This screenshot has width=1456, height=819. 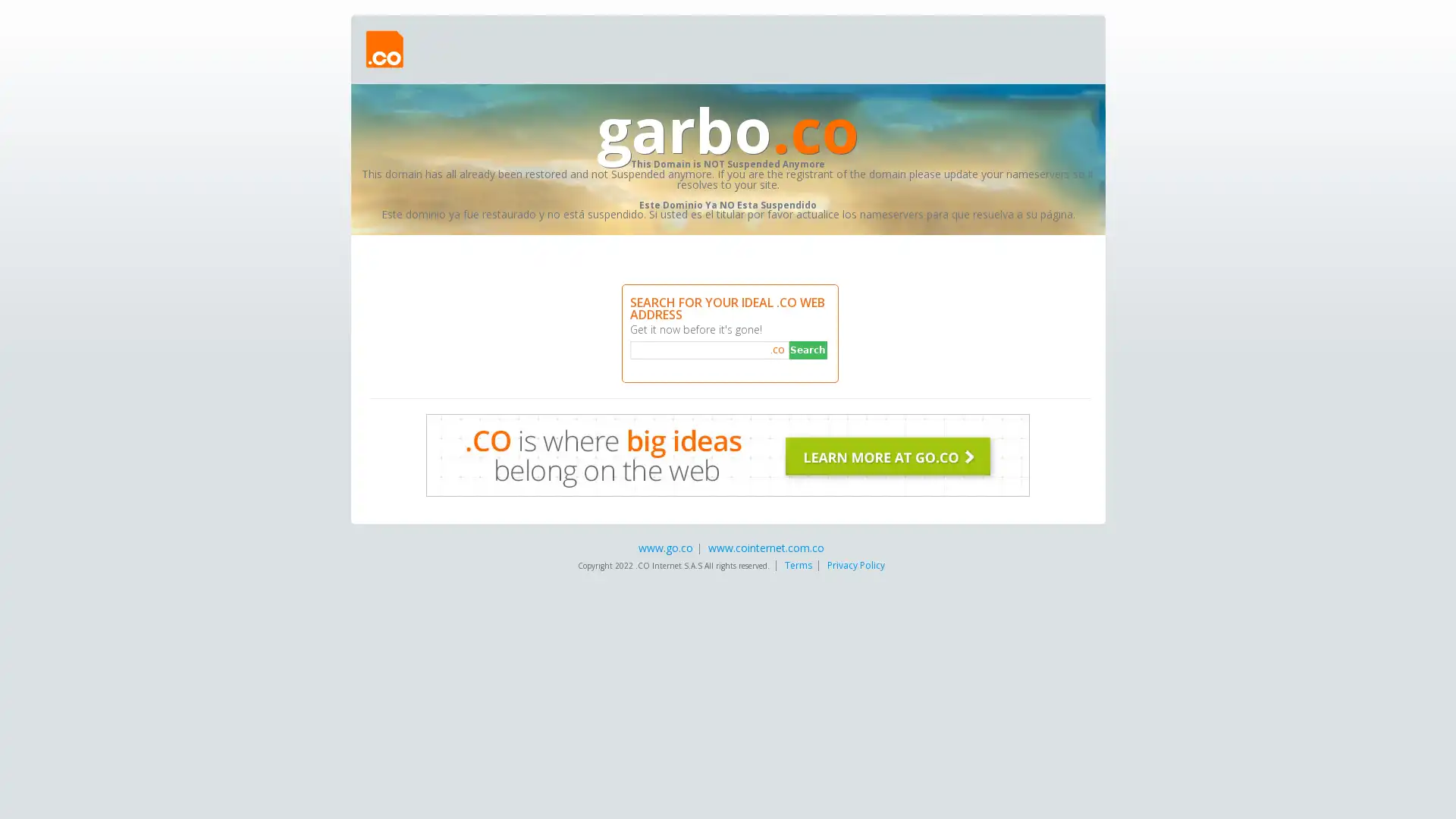 I want to click on Search, so click(x=807, y=350).